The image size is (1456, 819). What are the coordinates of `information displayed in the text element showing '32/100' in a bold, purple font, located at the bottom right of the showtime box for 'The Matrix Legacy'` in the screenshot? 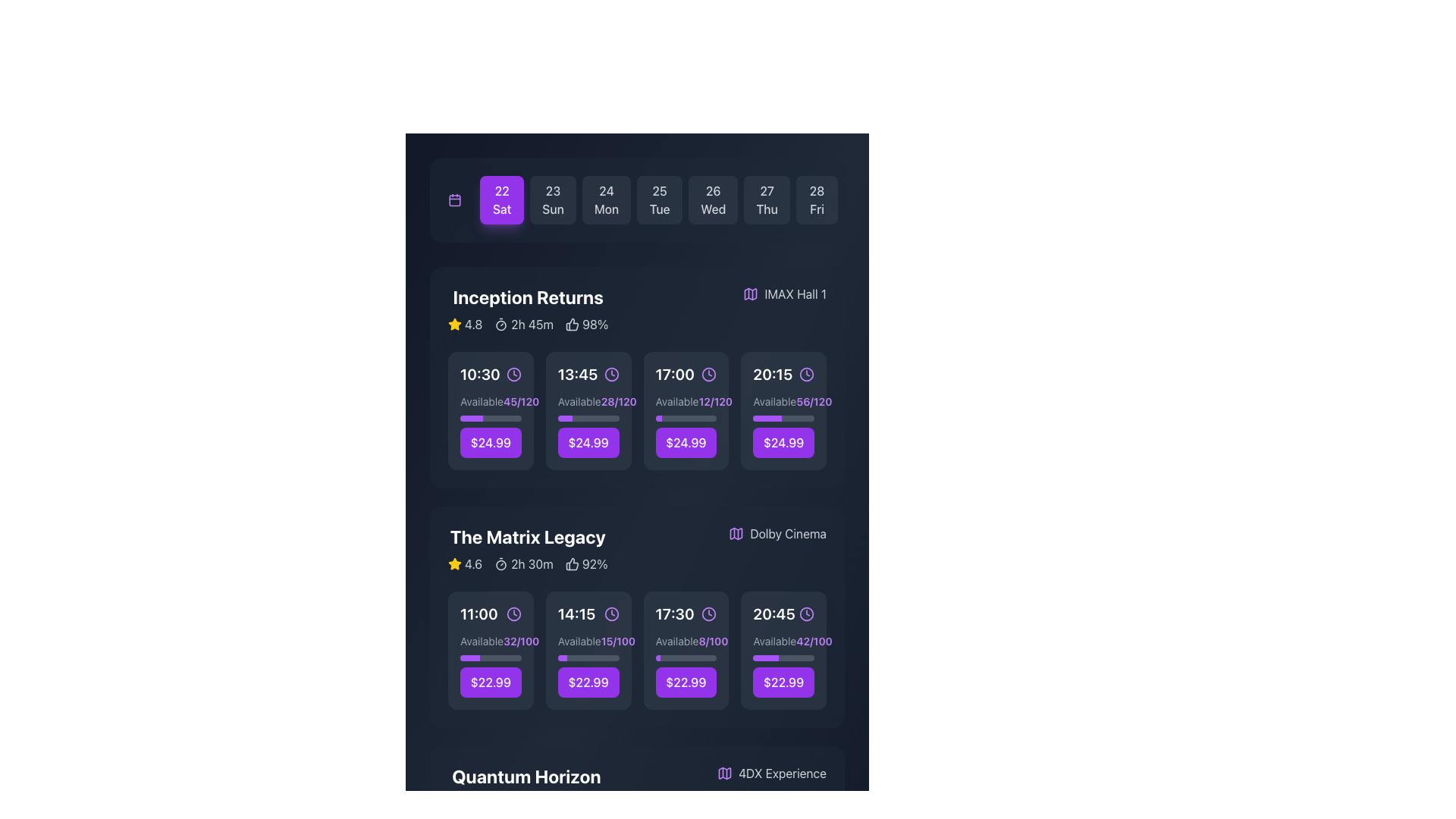 It's located at (521, 641).